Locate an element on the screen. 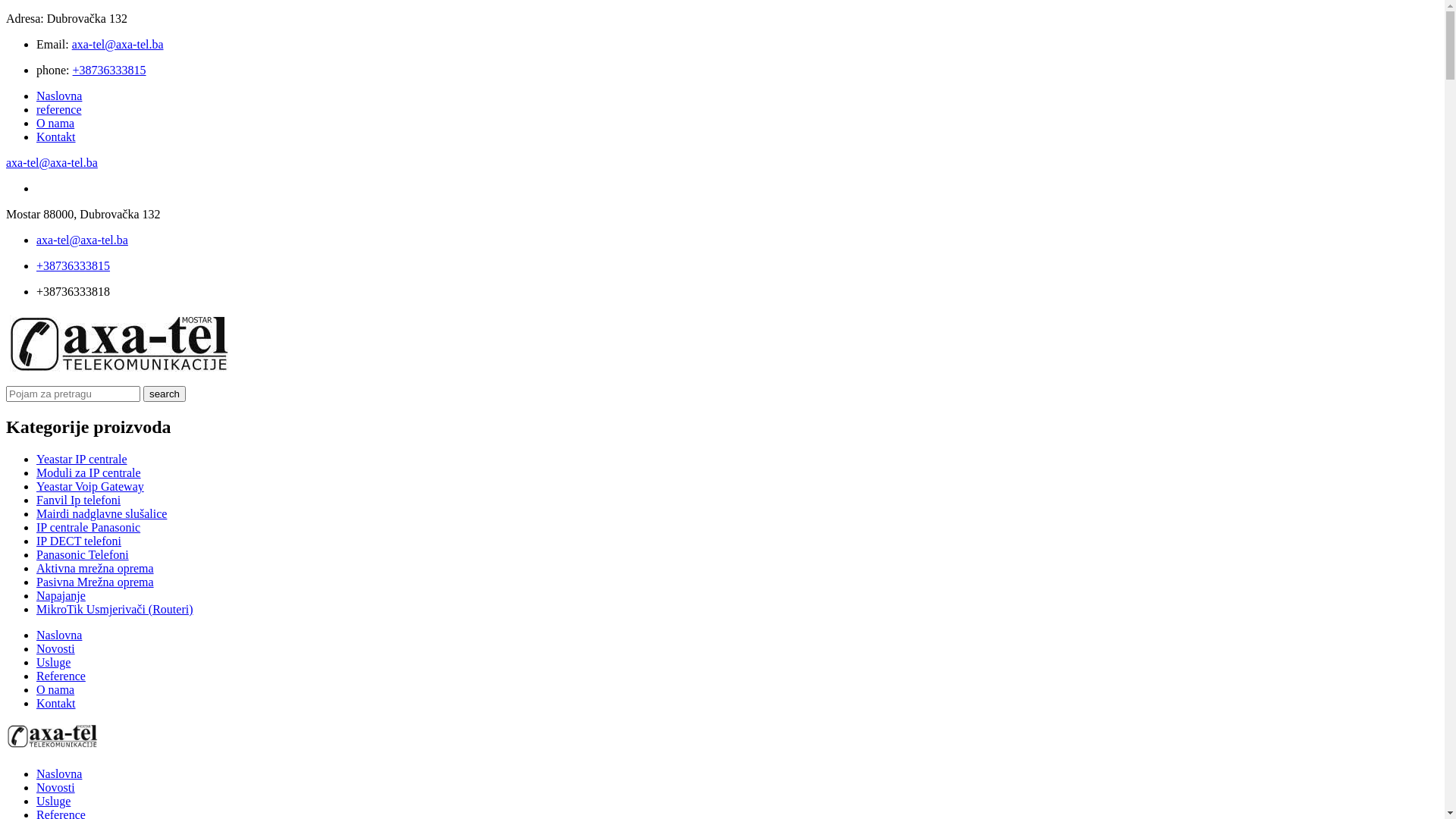 This screenshot has height=819, width=1456. 'axa-tel@axa-tel.ba' is located at coordinates (81, 239).